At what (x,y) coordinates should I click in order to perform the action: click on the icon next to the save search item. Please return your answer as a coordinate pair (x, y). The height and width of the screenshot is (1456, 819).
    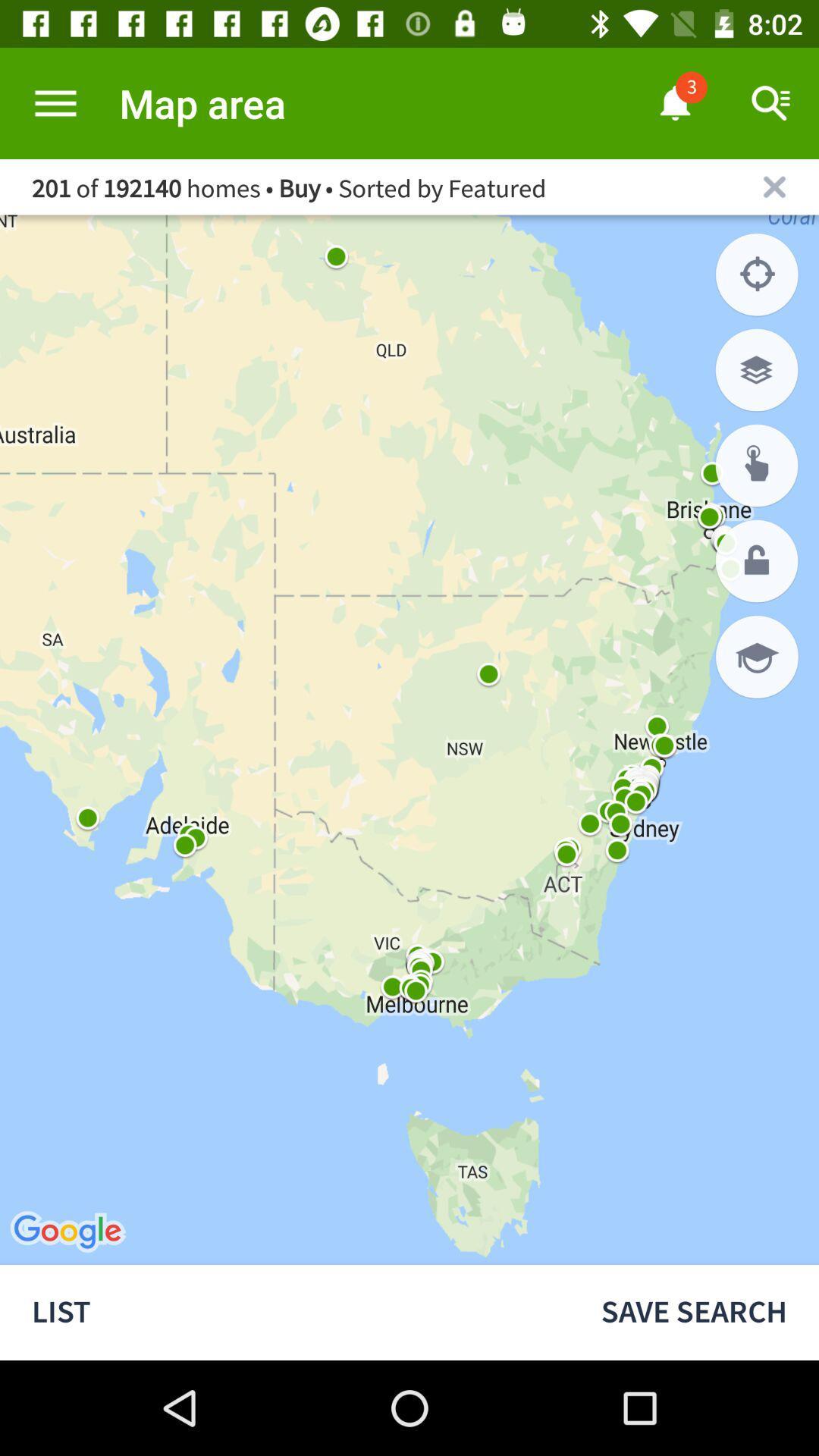
    Looking at the image, I should click on (284, 1312).